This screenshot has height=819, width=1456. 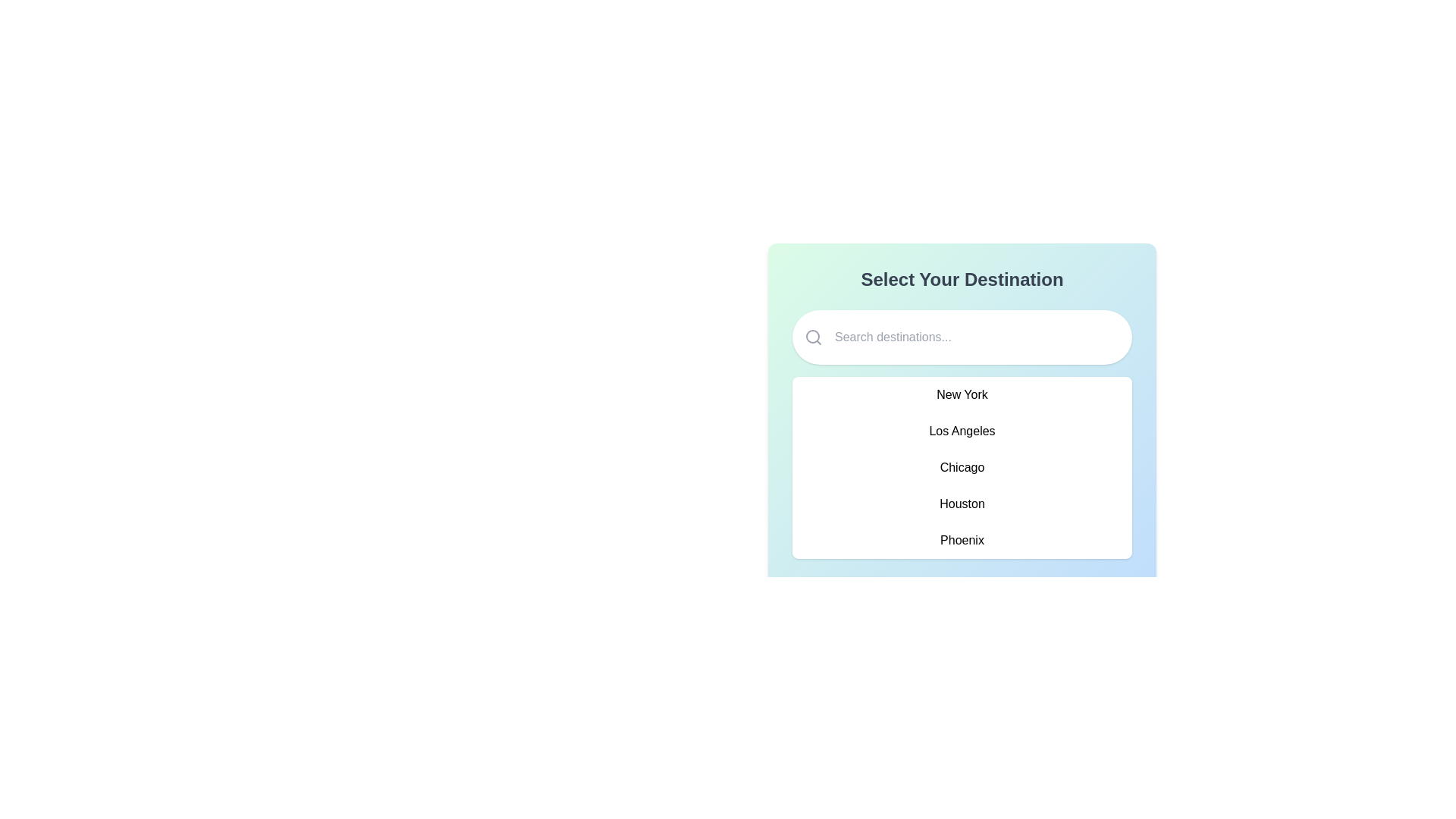 I want to click on the list item displaying 'New York', so click(x=961, y=394).